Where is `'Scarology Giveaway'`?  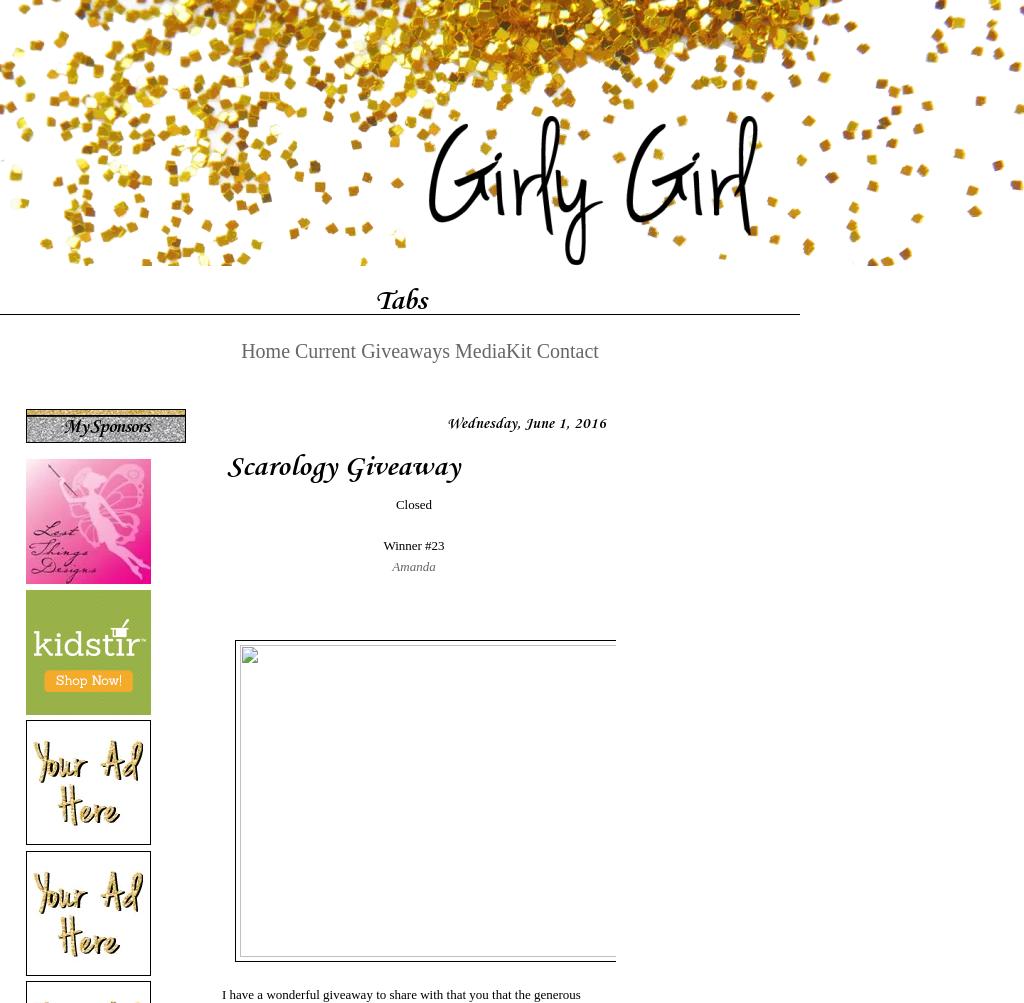 'Scarology Giveaway' is located at coordinates (343, 464).